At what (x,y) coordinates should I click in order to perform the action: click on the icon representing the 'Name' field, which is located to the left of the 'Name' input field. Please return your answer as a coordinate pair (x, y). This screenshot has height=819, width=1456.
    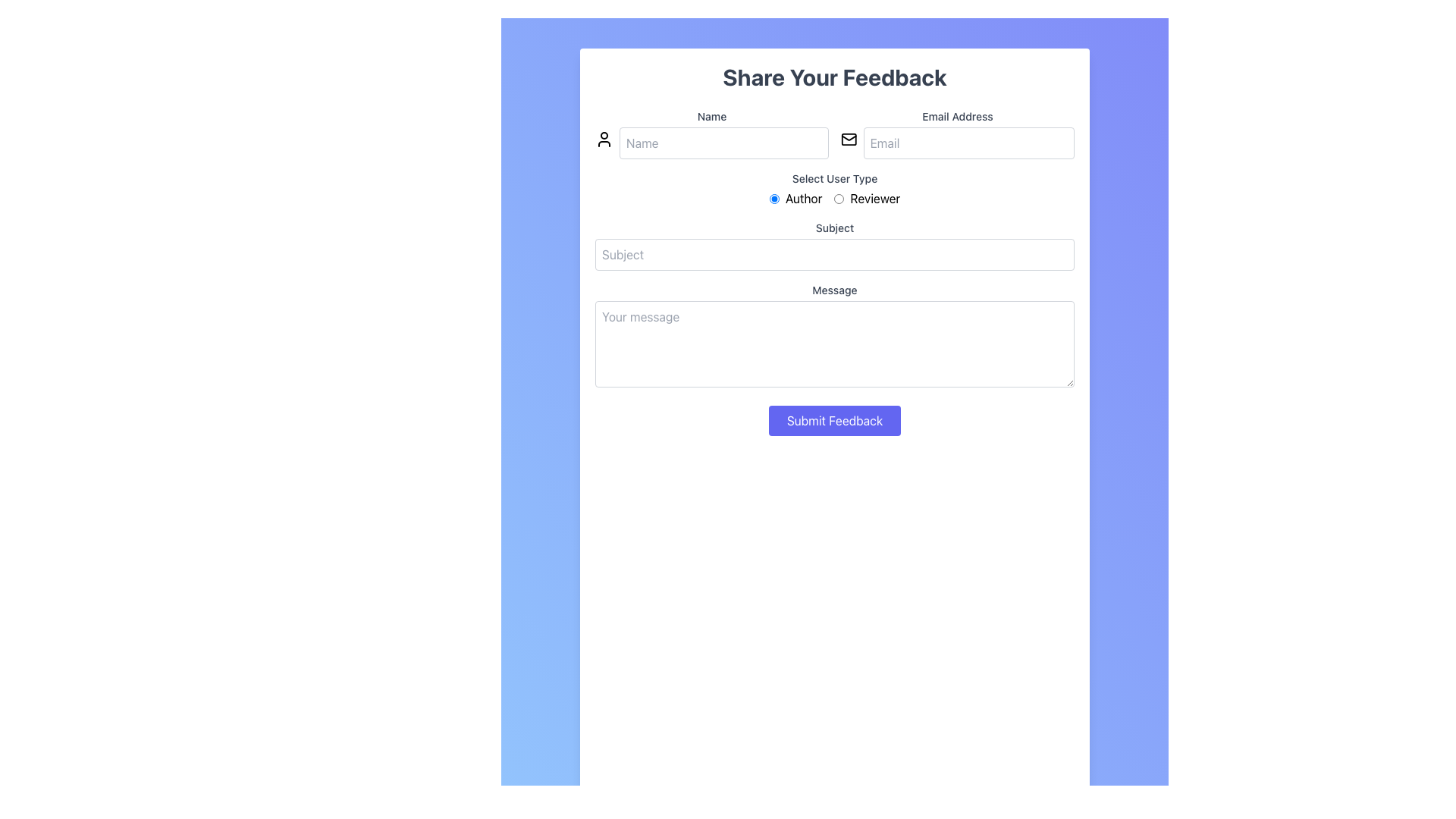
    Looking at the image, I should click on (603, 140).